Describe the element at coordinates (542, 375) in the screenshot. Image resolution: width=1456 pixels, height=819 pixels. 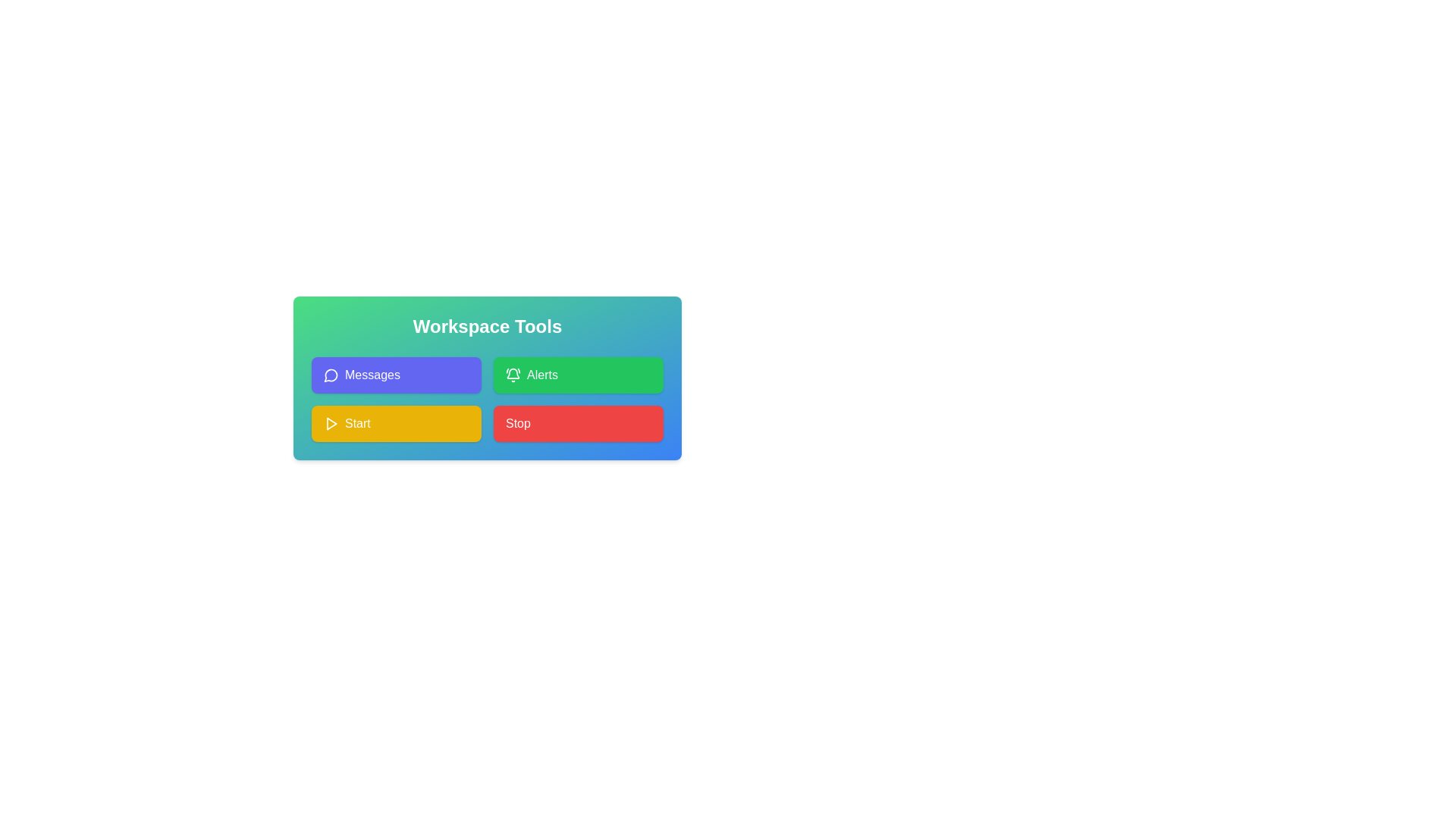
I see `the 'Alerts' button, which is located in the top-right part of a horizontal button group, next to a bell icon, within a green rectangular area` at that location.